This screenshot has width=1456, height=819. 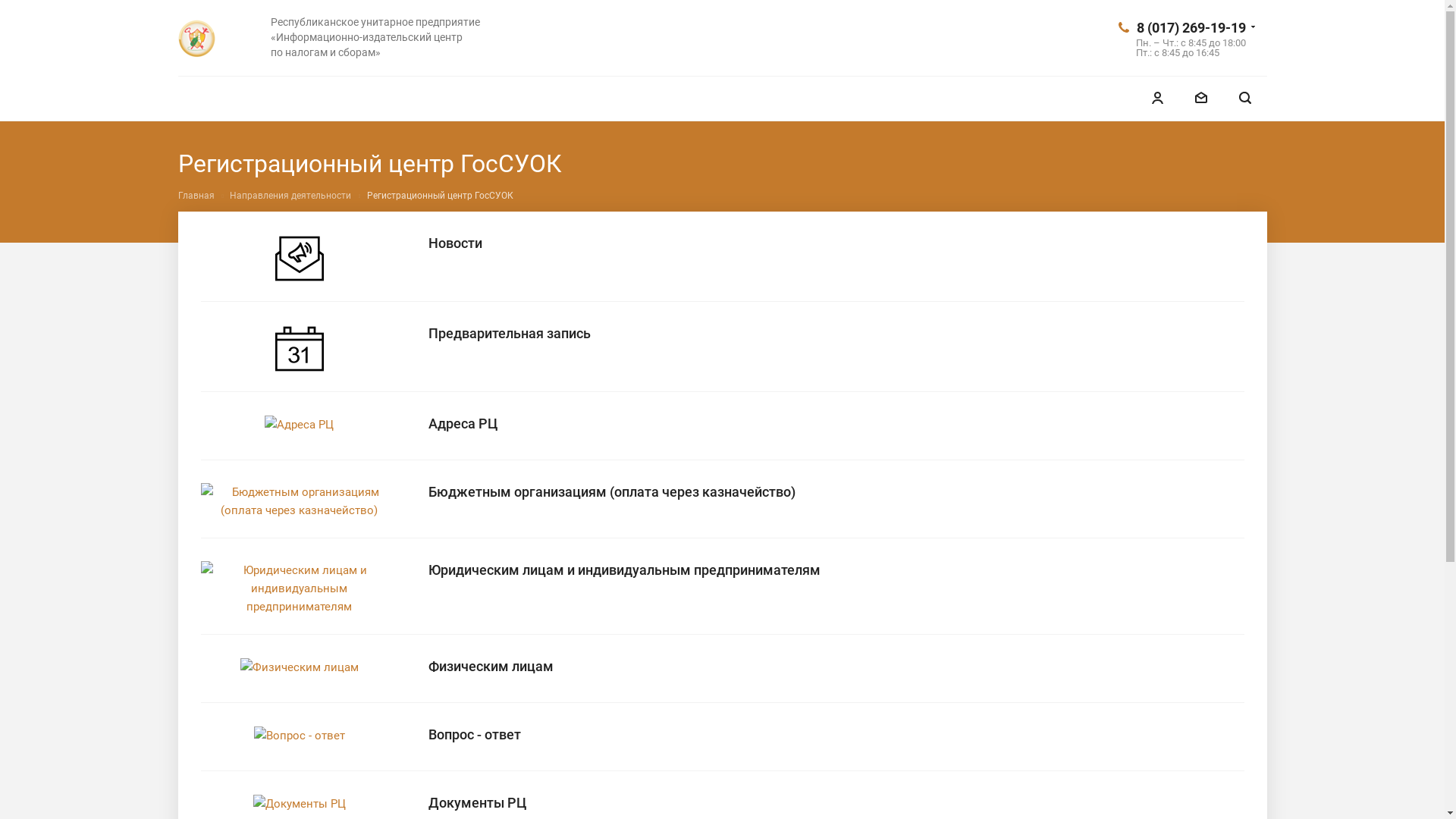 What do you see at coordinates (1189, 27) in the screenshot?
I see `'8 (017) 269-19-19'` at bounding box center [1189, 27].